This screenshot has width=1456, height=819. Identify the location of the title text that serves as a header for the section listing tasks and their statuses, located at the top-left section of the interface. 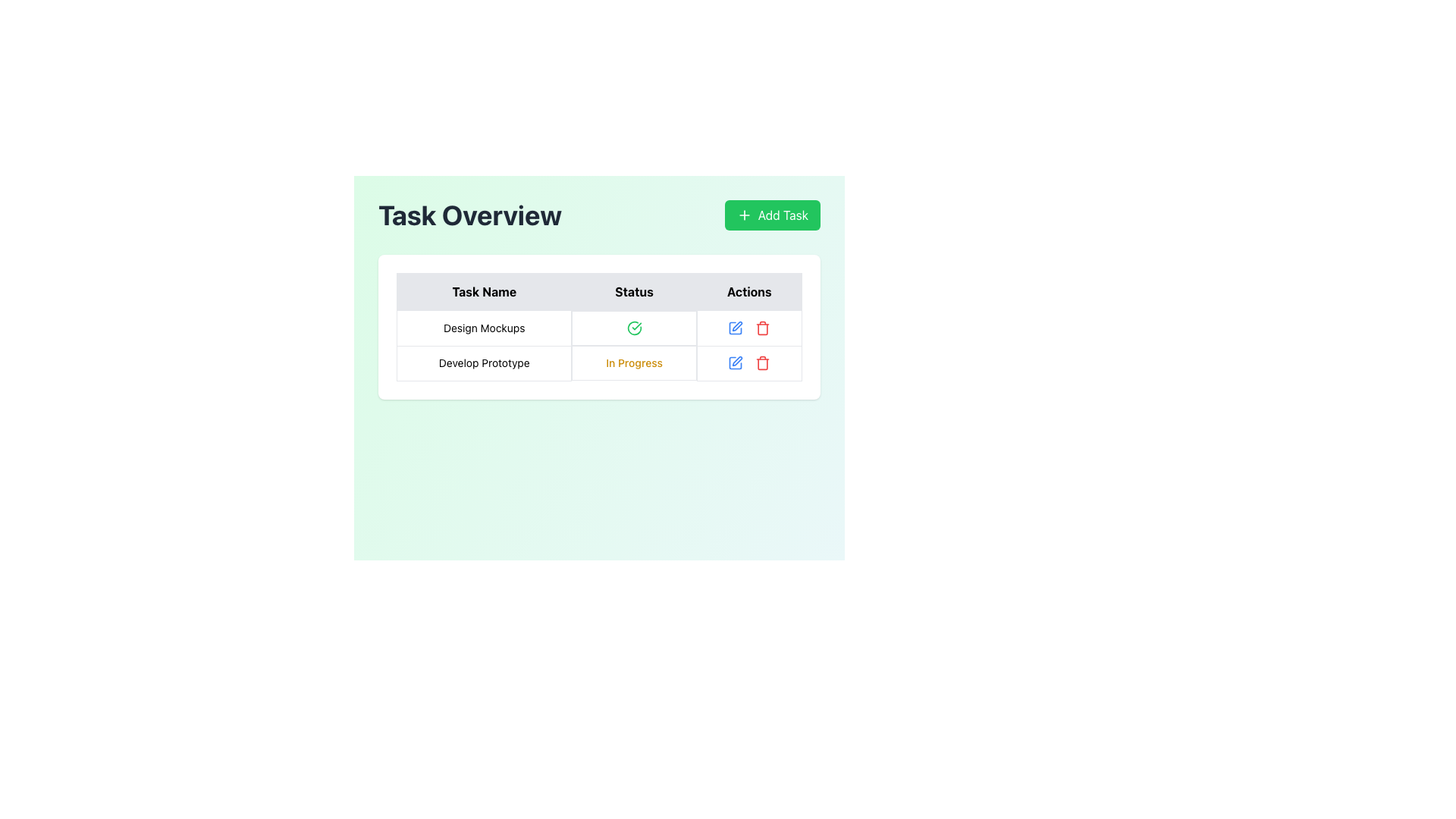
(469, 215).